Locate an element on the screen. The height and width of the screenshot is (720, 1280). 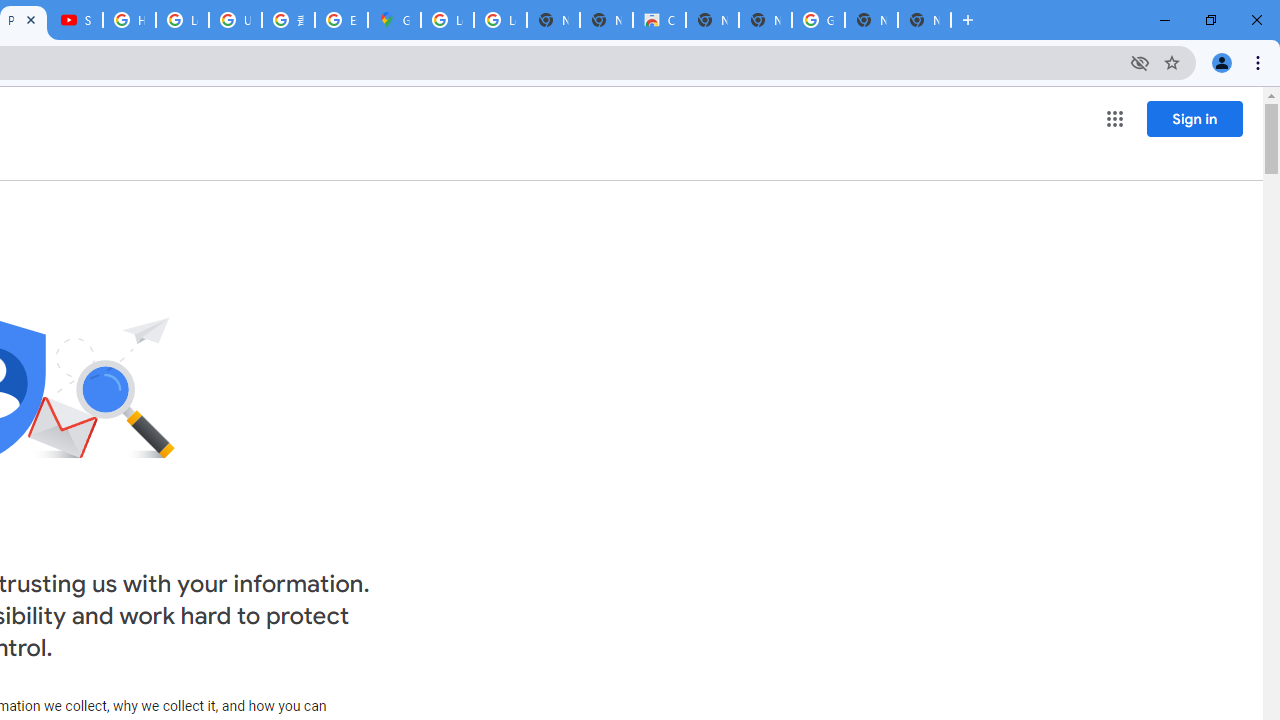
'Subscriptions - YouTube' is located at coordinates (76, 20).